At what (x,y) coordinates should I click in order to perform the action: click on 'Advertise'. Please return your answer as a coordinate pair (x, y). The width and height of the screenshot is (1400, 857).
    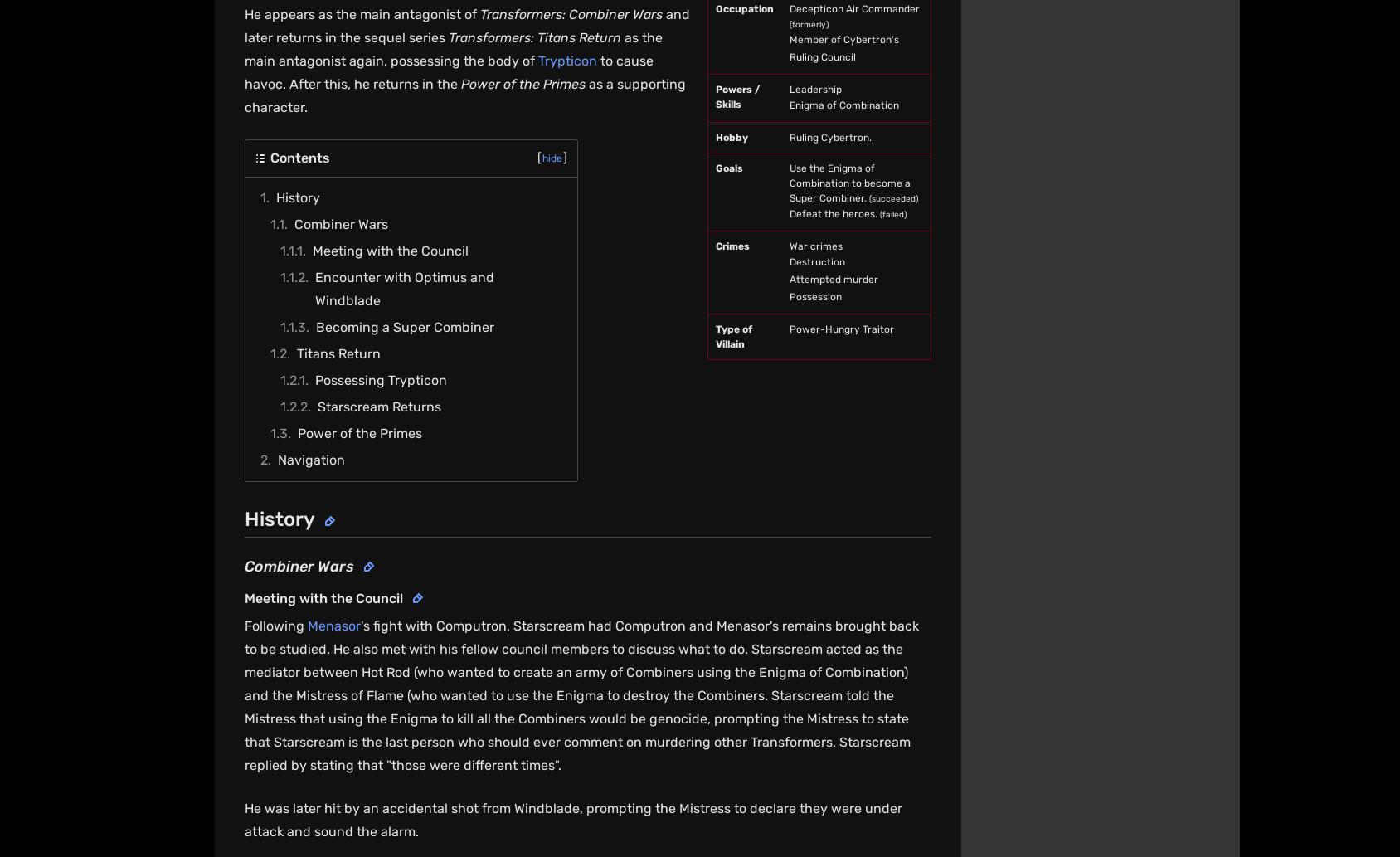
    Looking at the image, I should click on (763, 619).